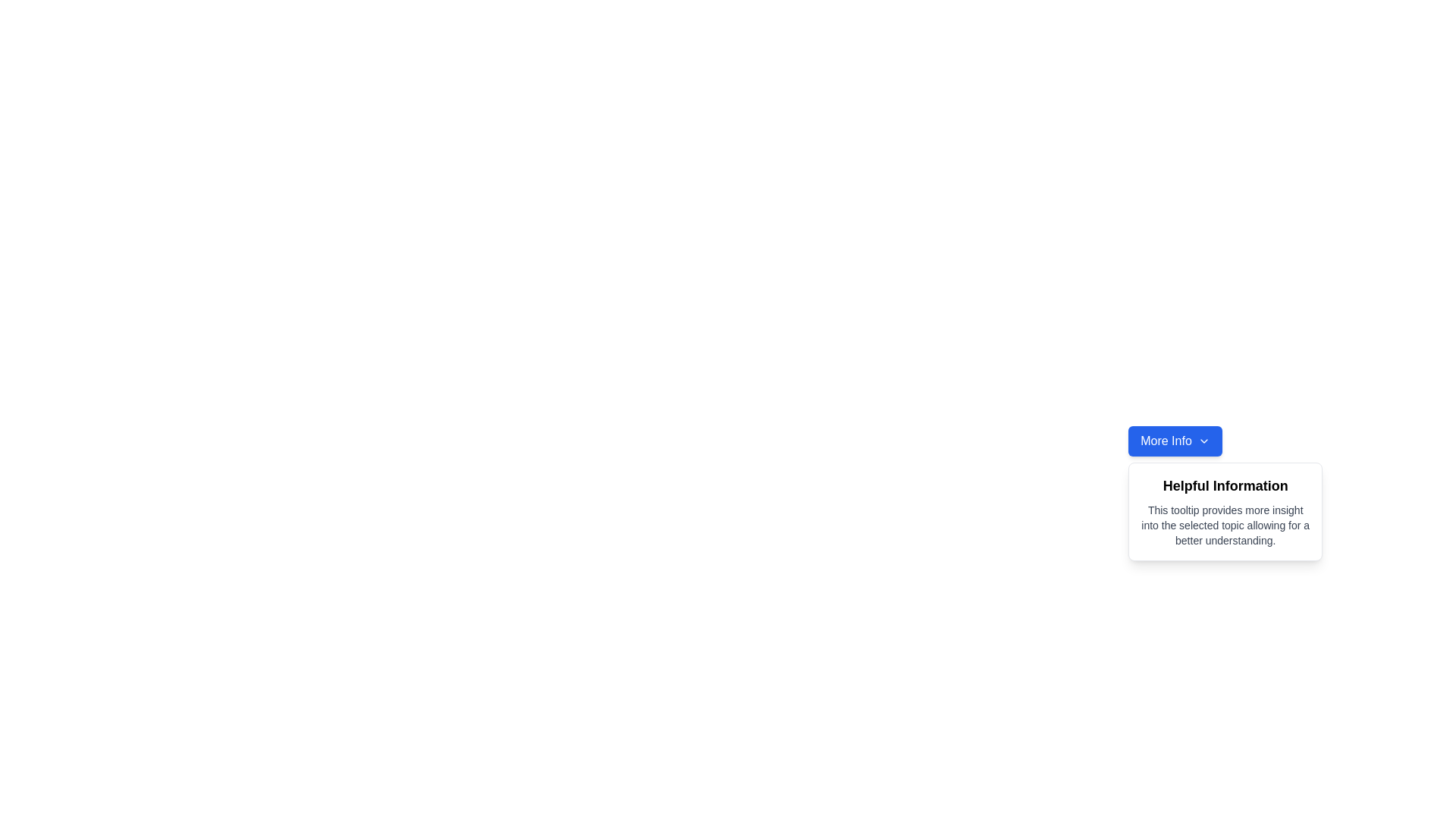 This screenshot has width=1456, height=819. What do you see at coordinates (1165, 441) in the screenshot?
I see `the 'More Info' button which is a blue rectangular button with white text centrally aligned` at bounding box center [1165, 441].